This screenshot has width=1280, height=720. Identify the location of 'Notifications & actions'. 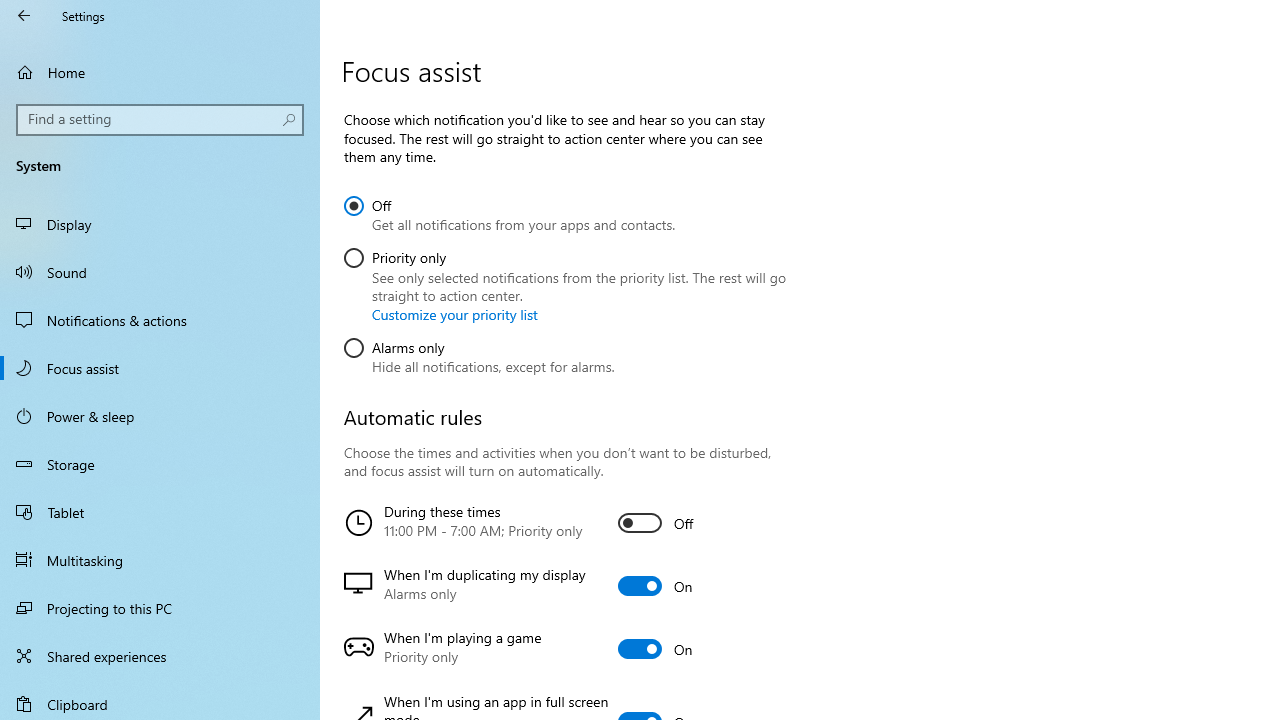
(160, 319).